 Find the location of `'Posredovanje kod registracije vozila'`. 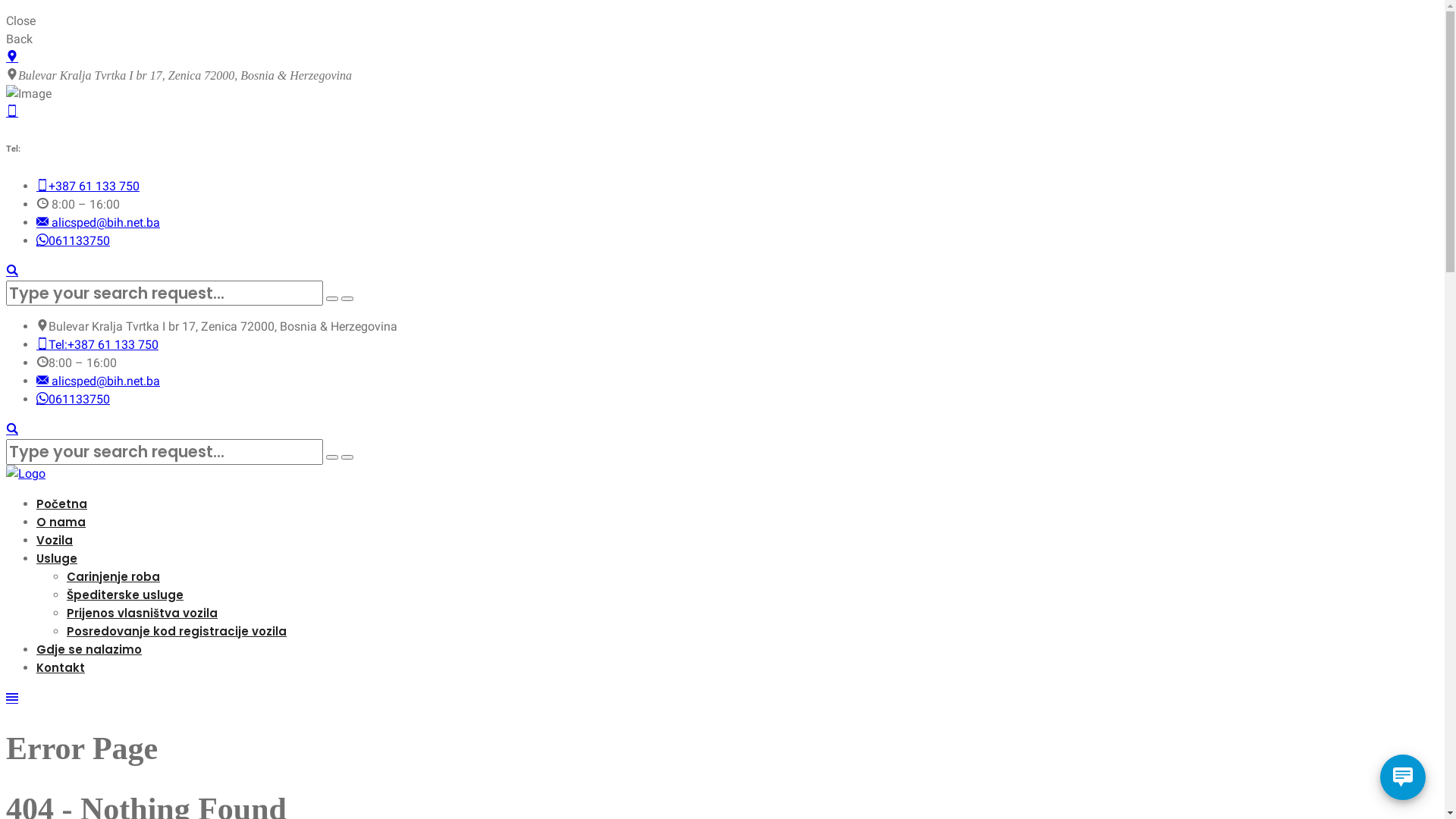

'Posredovanje kod registracije vozila' is located at coordinates (177, 631).